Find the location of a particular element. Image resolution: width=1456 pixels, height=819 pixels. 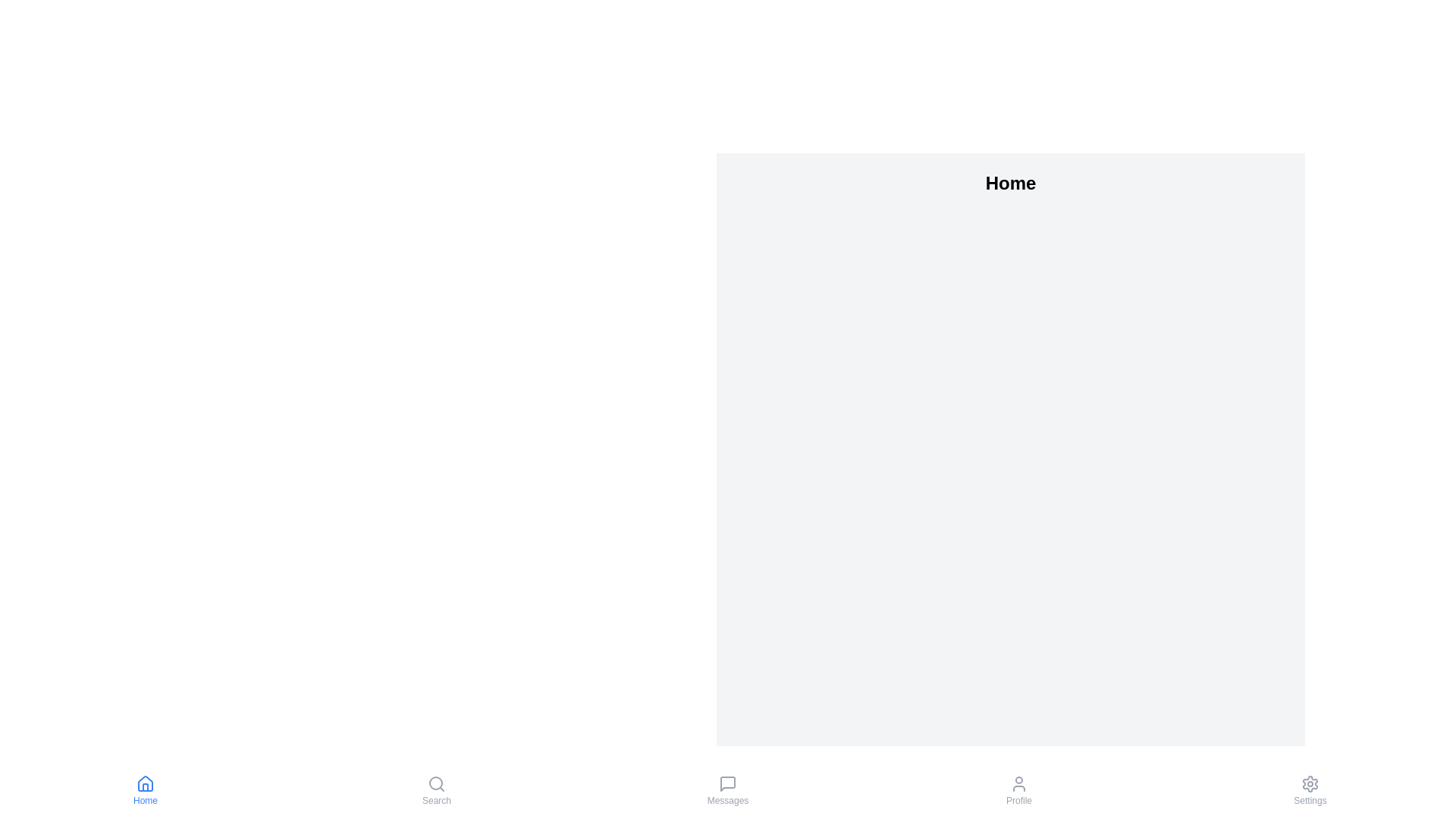

the user profile icon, which is a minimalist design featuring a circular head and semicircular shoulders, located in the center of the bottom navigation bar is located at coordinates (1019, 783).